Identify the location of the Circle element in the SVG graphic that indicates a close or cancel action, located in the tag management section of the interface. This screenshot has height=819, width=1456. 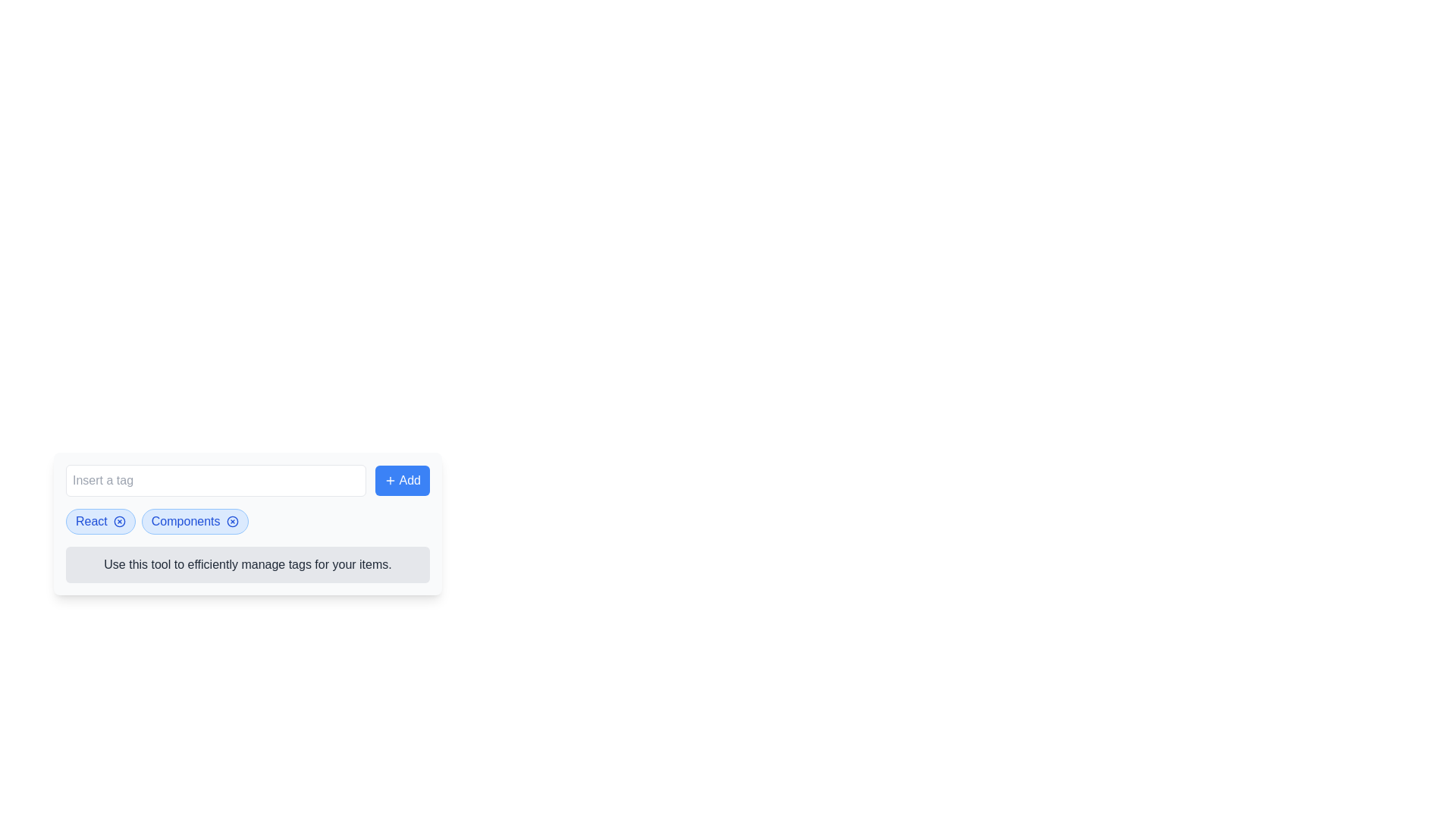
(118, 520).